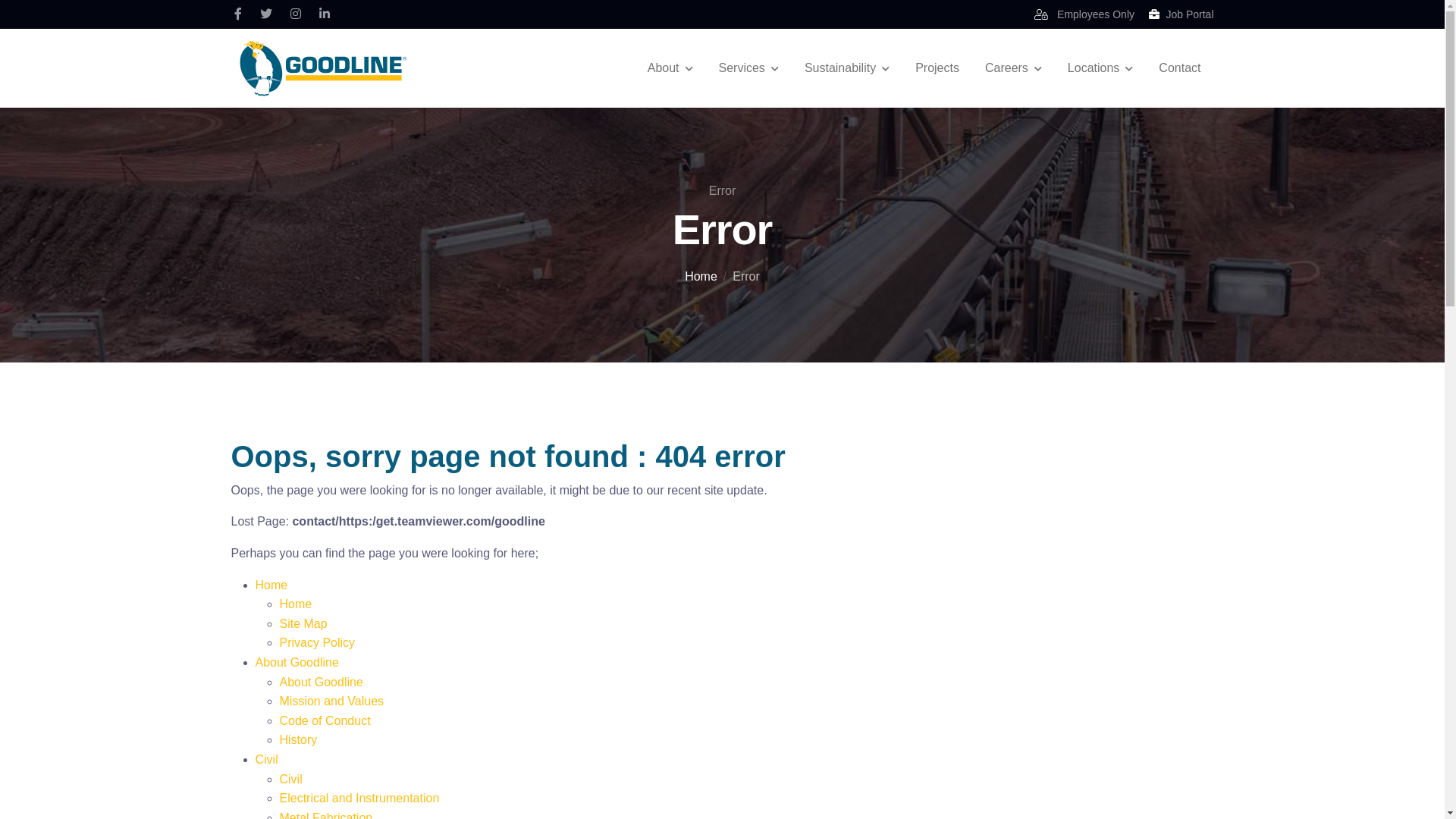 Image resolution: width=1456 pixels, height=819 pixels. What do you see at coordinates (1033, 14) in the screenshot?
I see `'Employees Only'` at bounding box center [1033, 14].